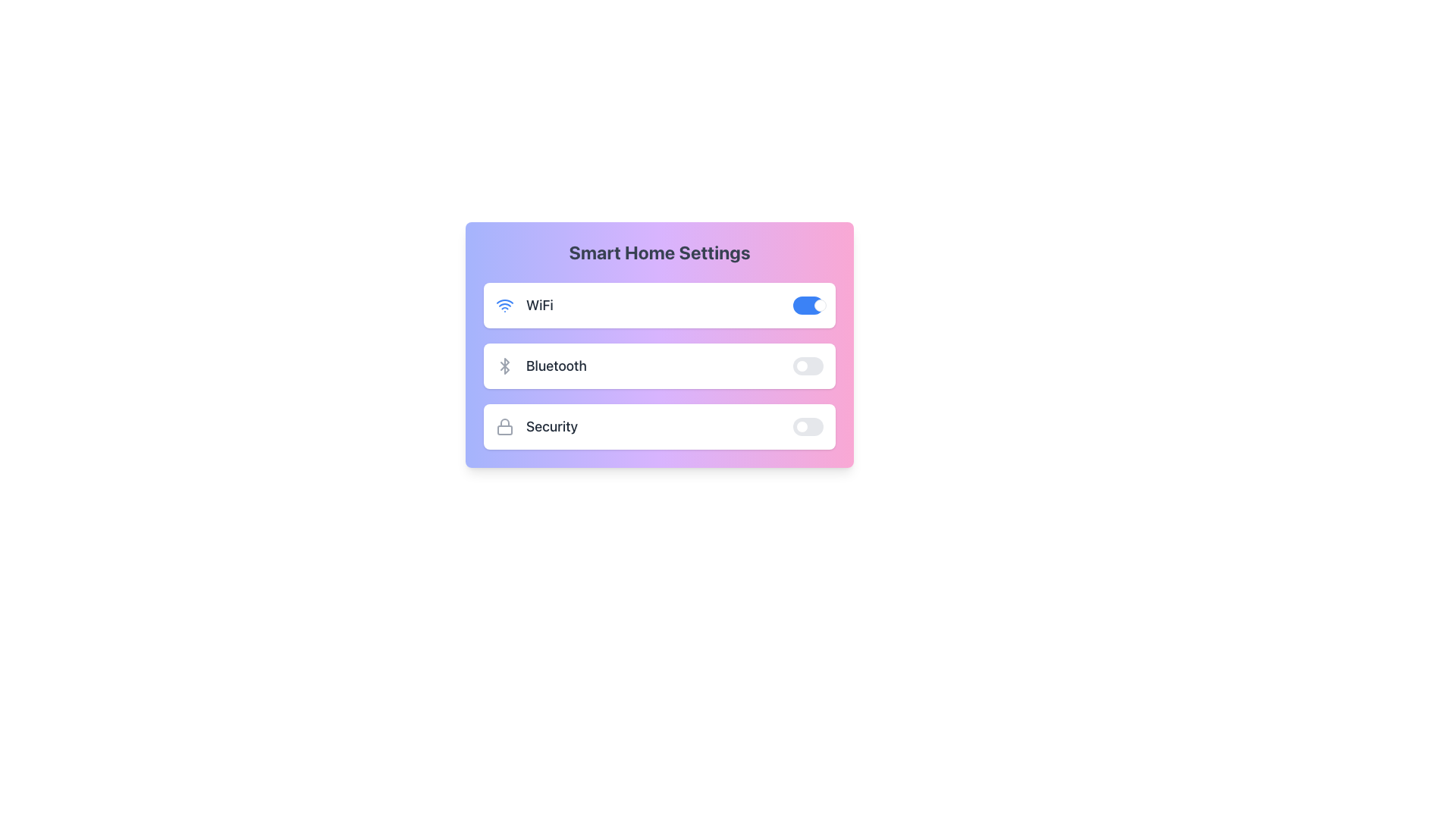  Describe the element at coordinates (555, 366) in the screenshot. I see `the text label displaying 'Bluetooth', which is styled in grayish-black and located next to the Bluetooth icon` at that location.